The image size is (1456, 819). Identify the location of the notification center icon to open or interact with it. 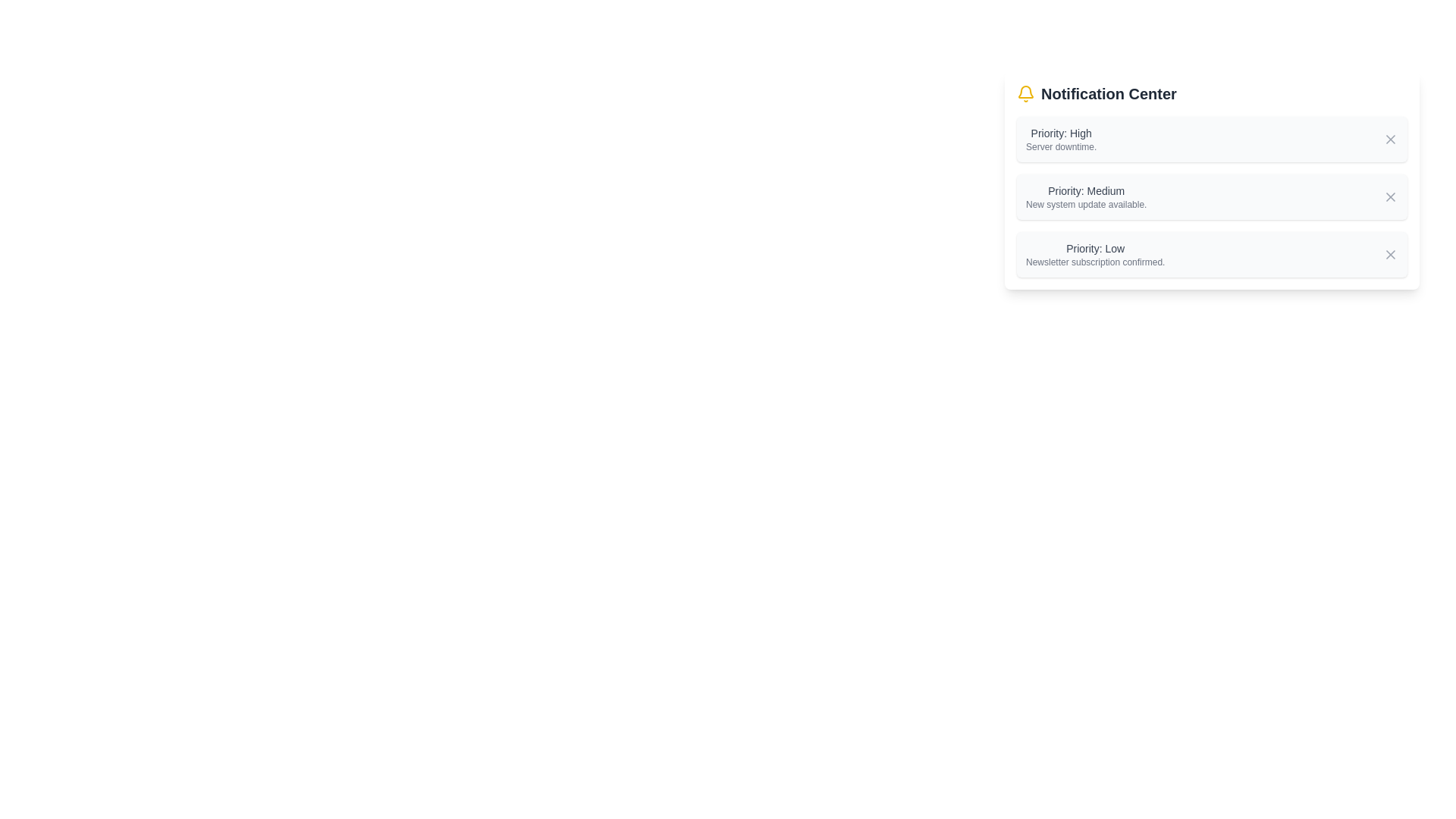
(1026, 93).